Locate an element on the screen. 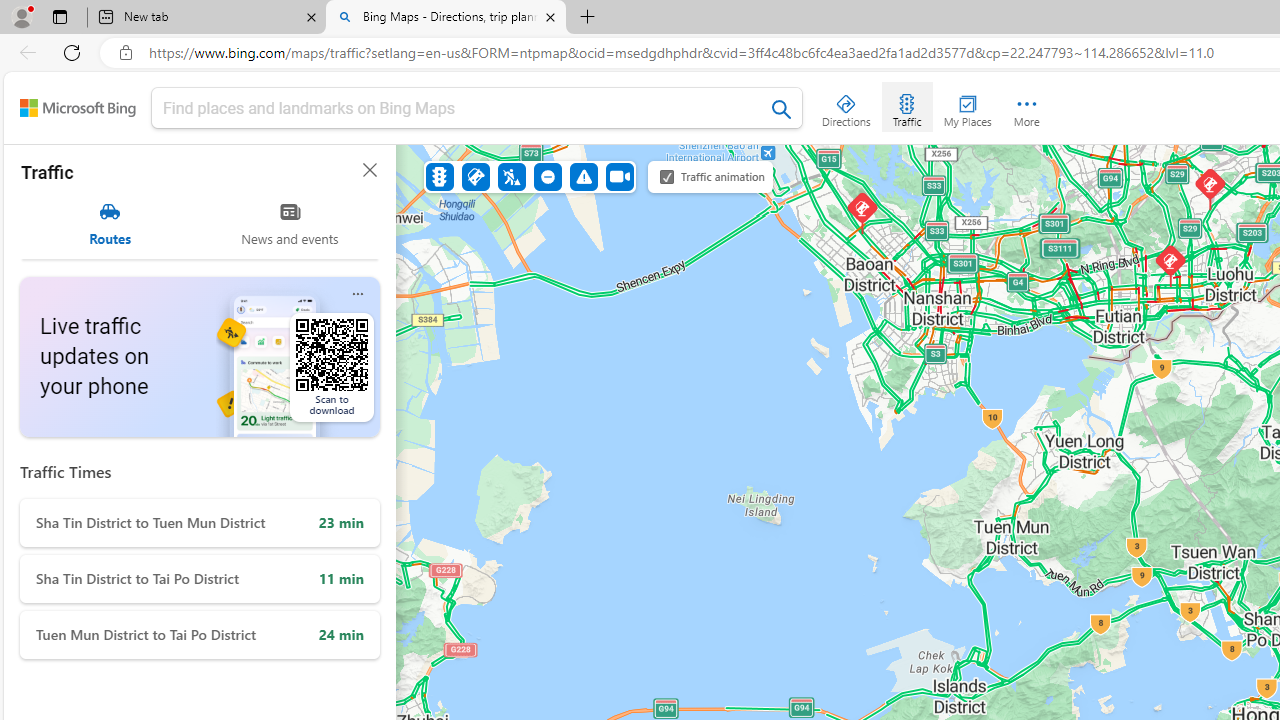  'My Places' is located at coordinates (967, 106).